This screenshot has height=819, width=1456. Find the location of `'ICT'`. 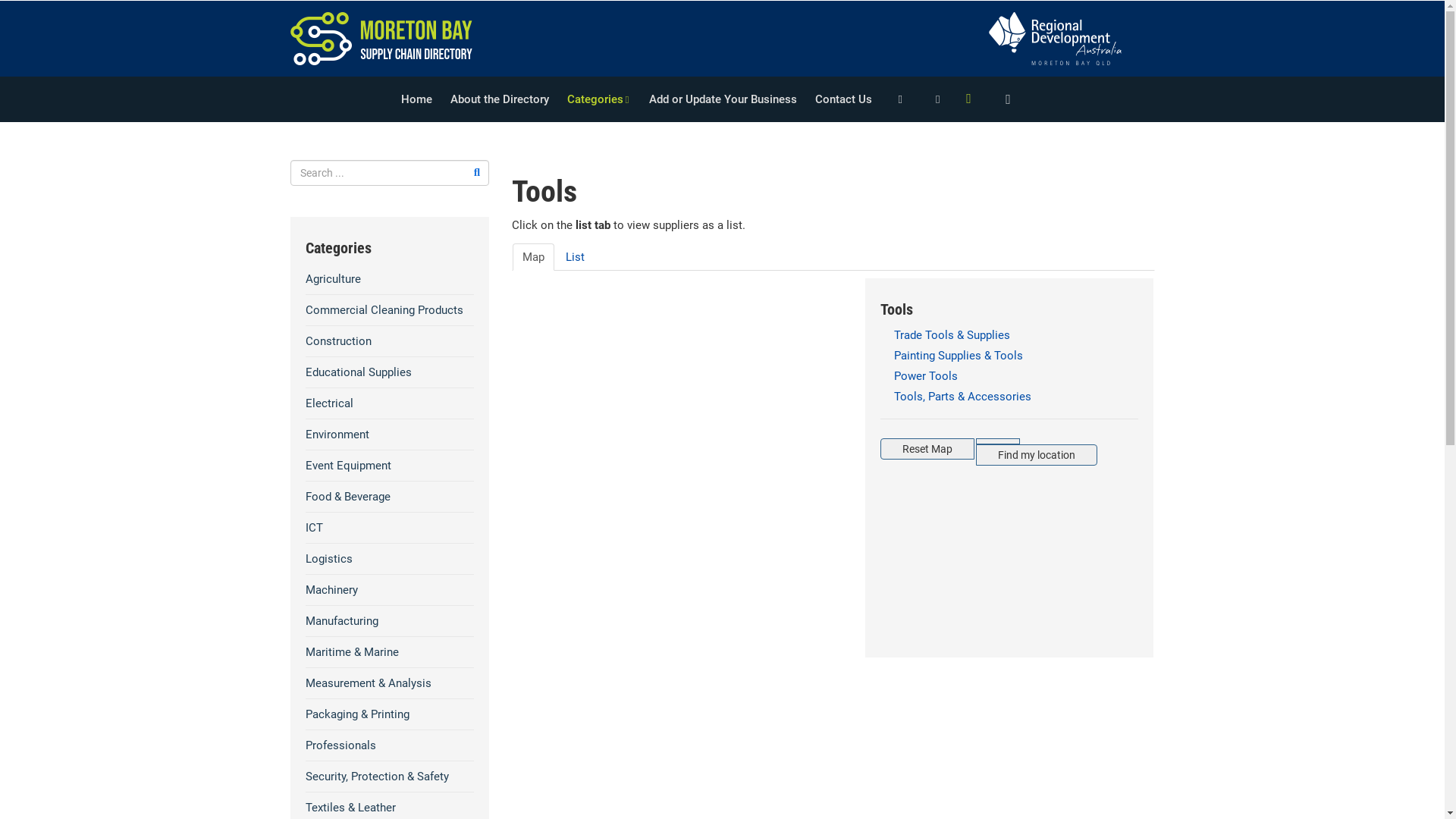

'ICT' is located at coordinates (304, 526).